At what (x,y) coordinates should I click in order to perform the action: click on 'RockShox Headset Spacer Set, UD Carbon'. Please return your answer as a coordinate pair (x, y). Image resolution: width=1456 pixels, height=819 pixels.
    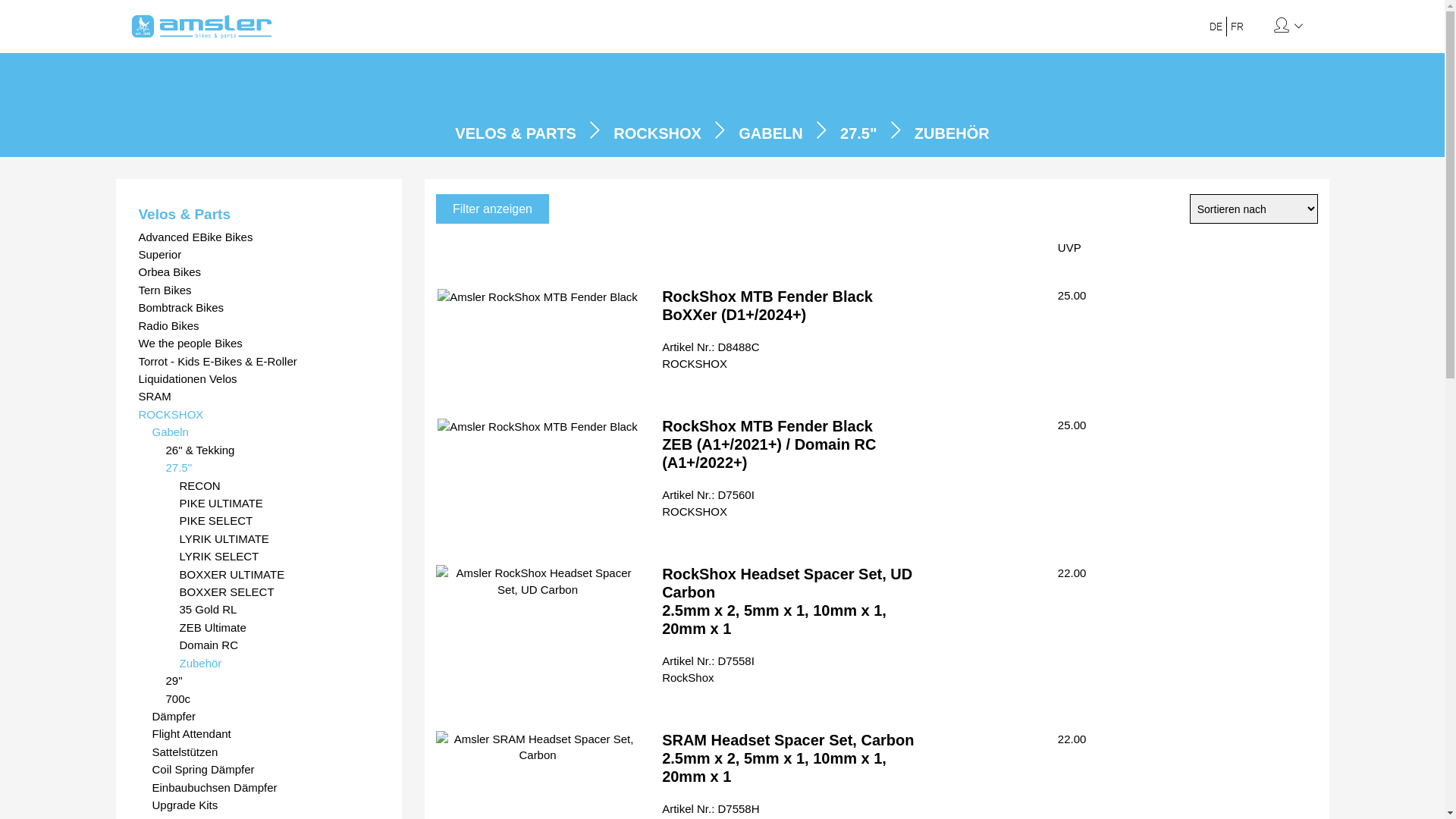
    Looking at the image, I should click on (538, 580).